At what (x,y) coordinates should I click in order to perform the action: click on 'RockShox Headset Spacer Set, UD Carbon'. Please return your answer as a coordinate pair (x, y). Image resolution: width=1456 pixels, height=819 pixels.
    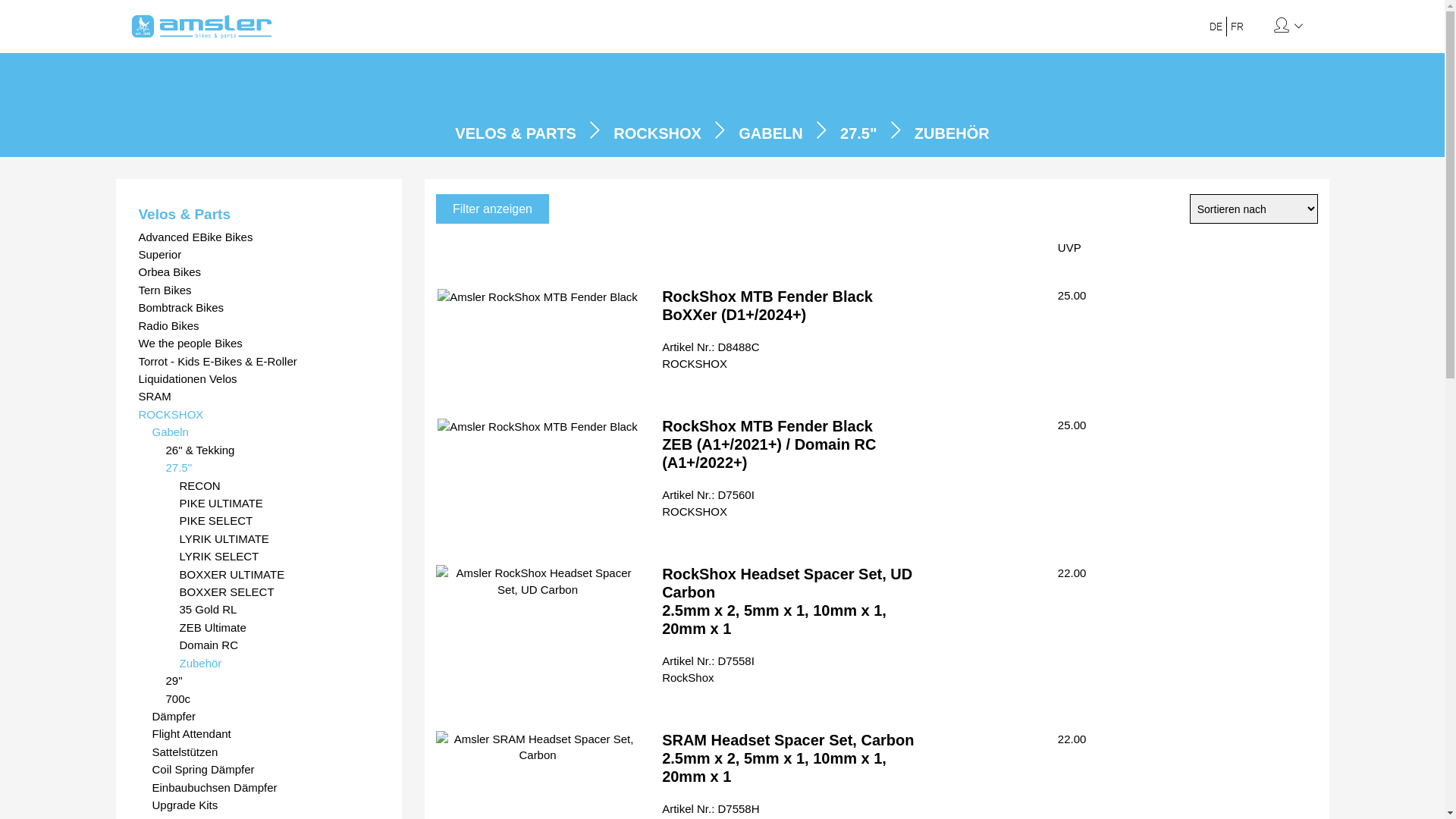
    Looking at the image, I should click on (538, 580).